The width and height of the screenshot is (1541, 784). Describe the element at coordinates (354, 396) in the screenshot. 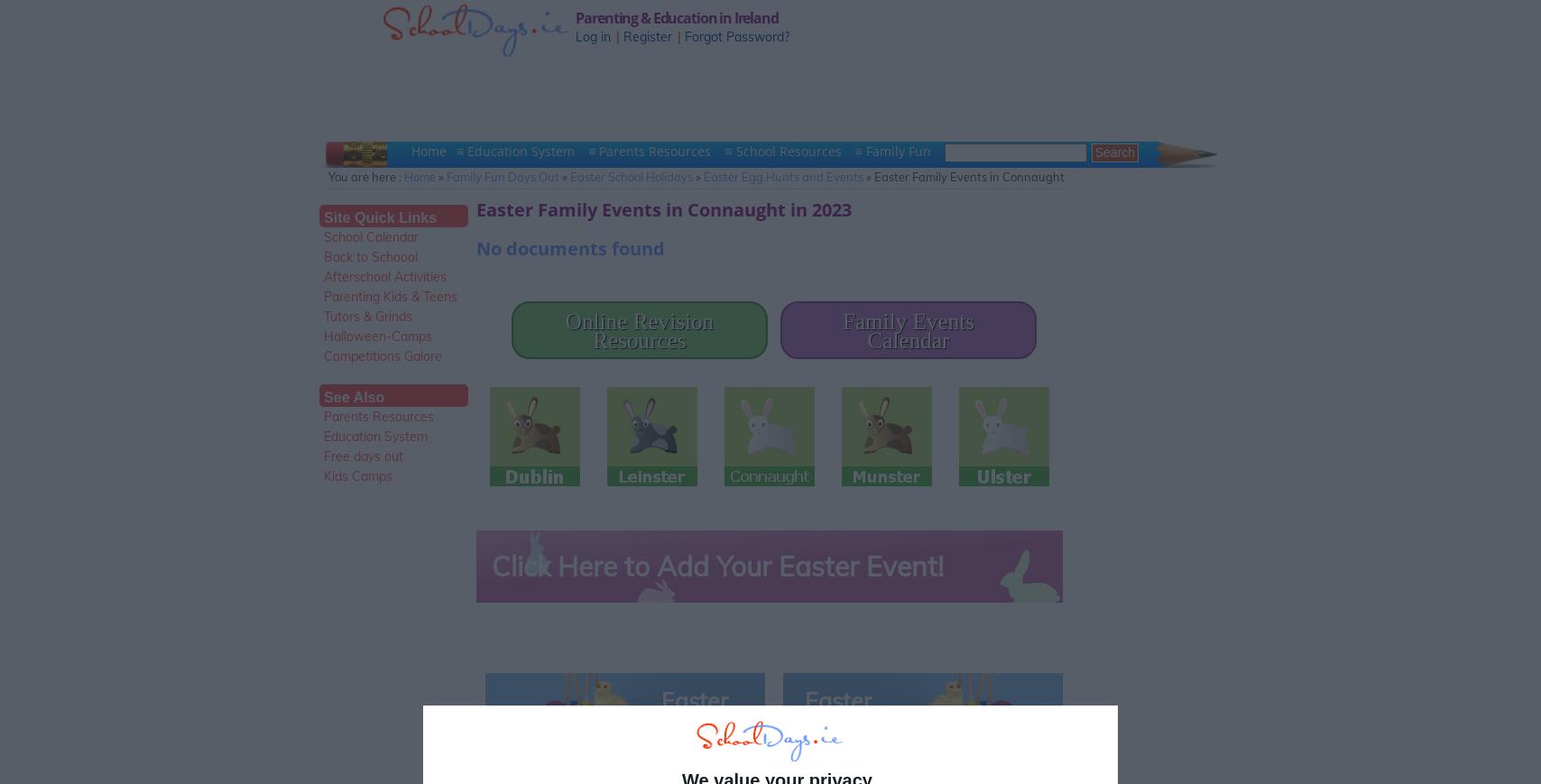

I see `'See Also'` at that location.